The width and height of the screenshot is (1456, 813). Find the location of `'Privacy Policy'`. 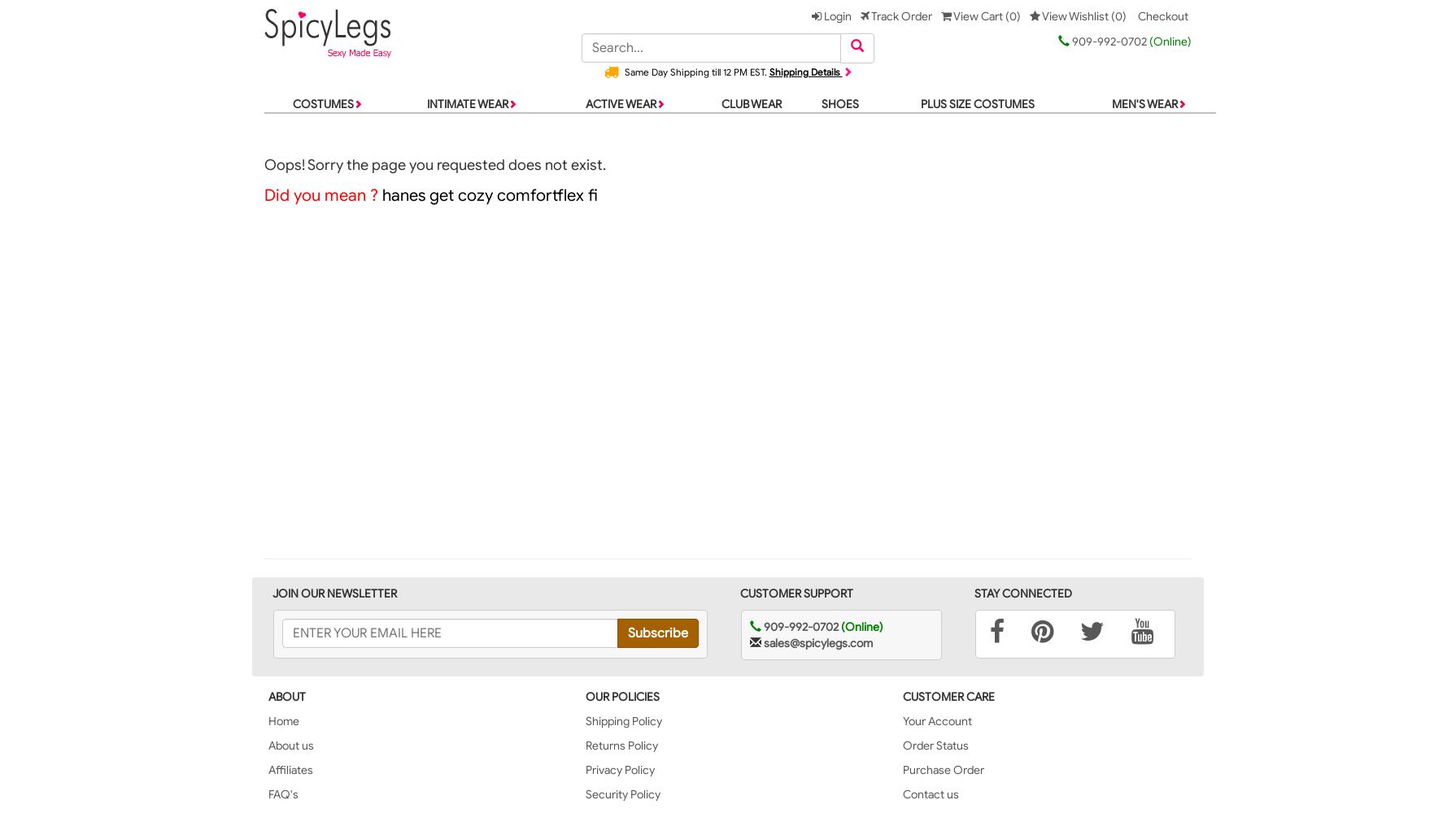

'Privacy Policy' is located at coordinates (584, 768).